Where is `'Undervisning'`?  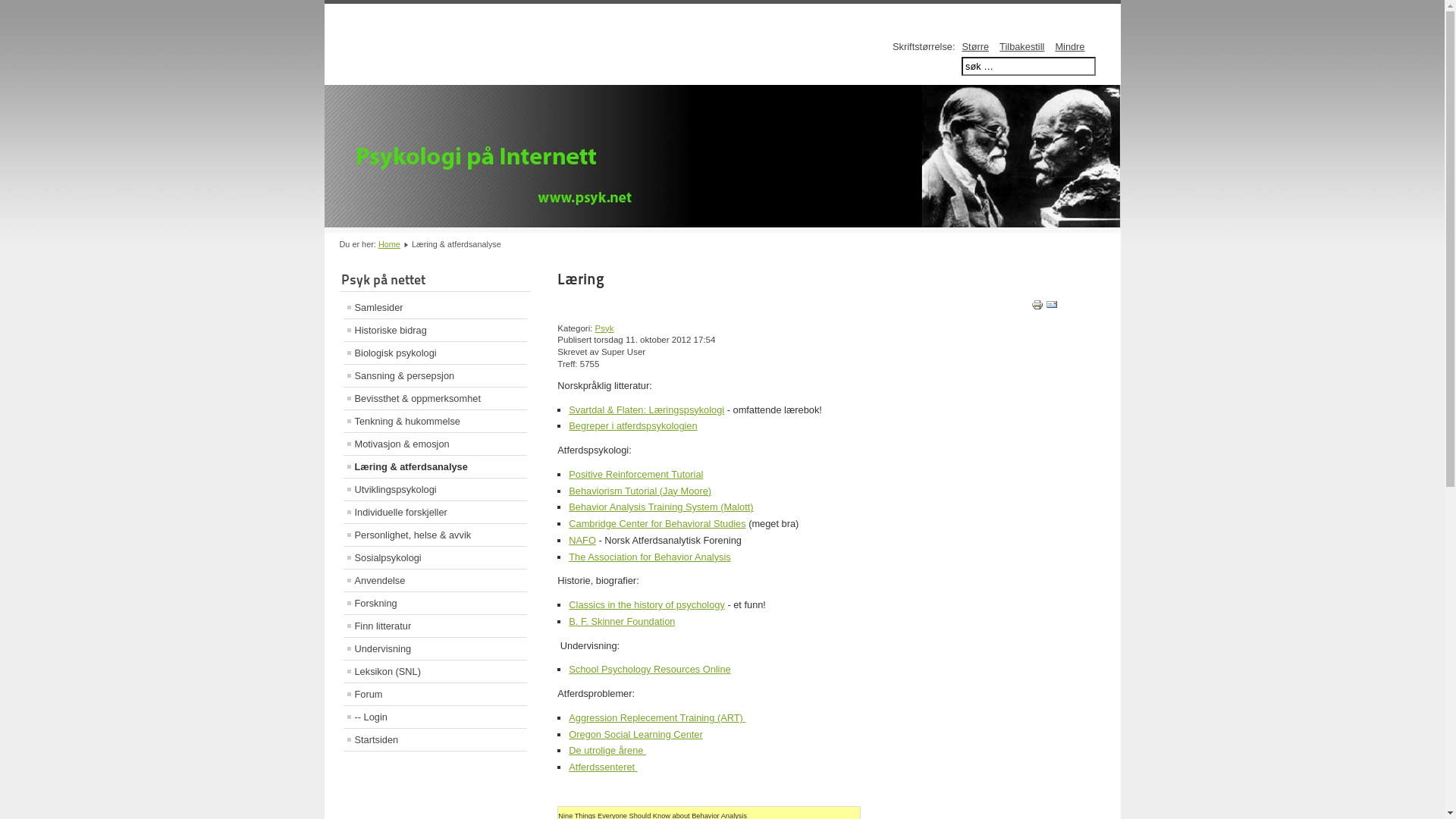
'Undervisning' is located at coordinates (434, 648).